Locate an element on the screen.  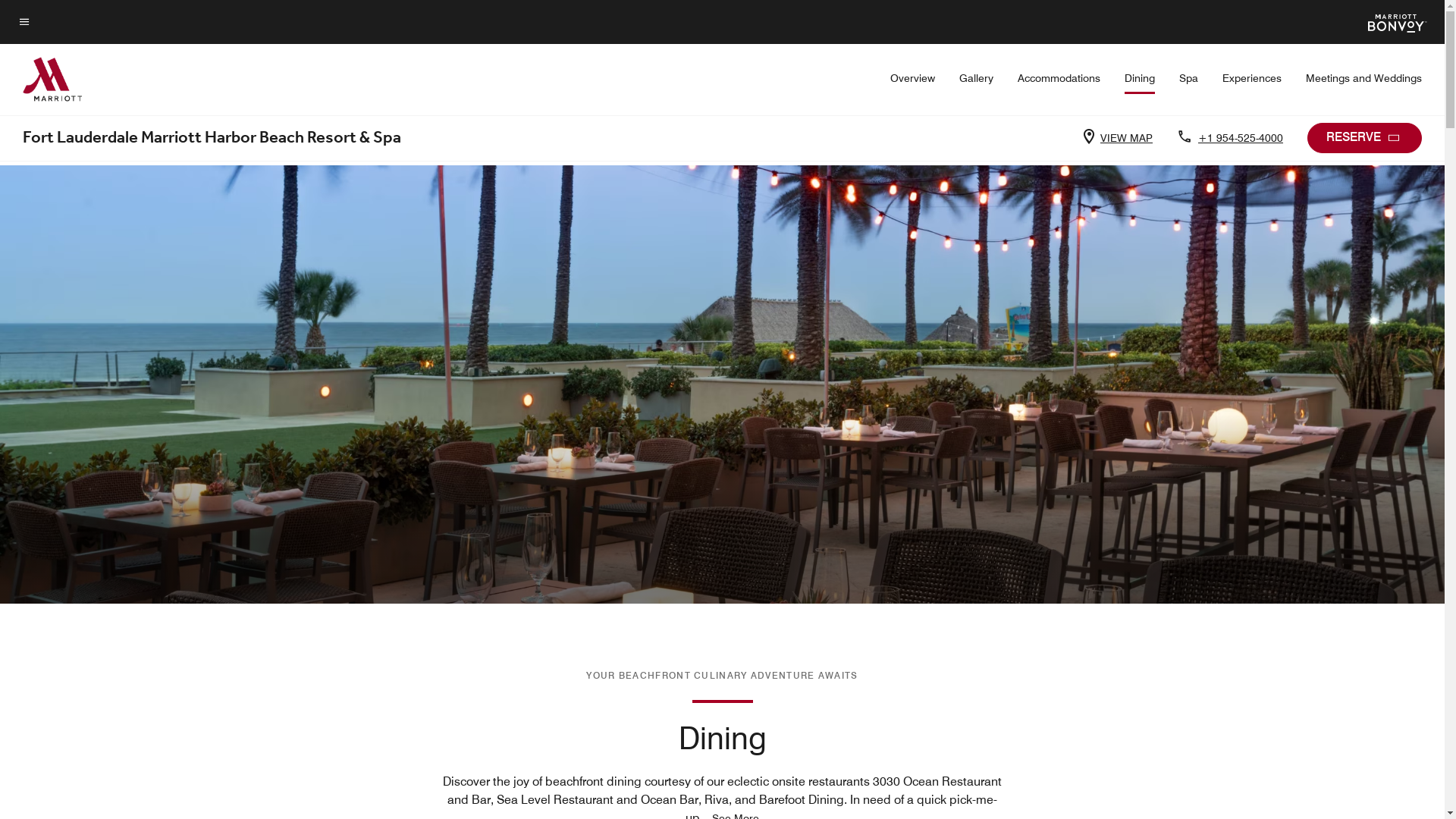
'Overview' is located at coordinates (912, 78).